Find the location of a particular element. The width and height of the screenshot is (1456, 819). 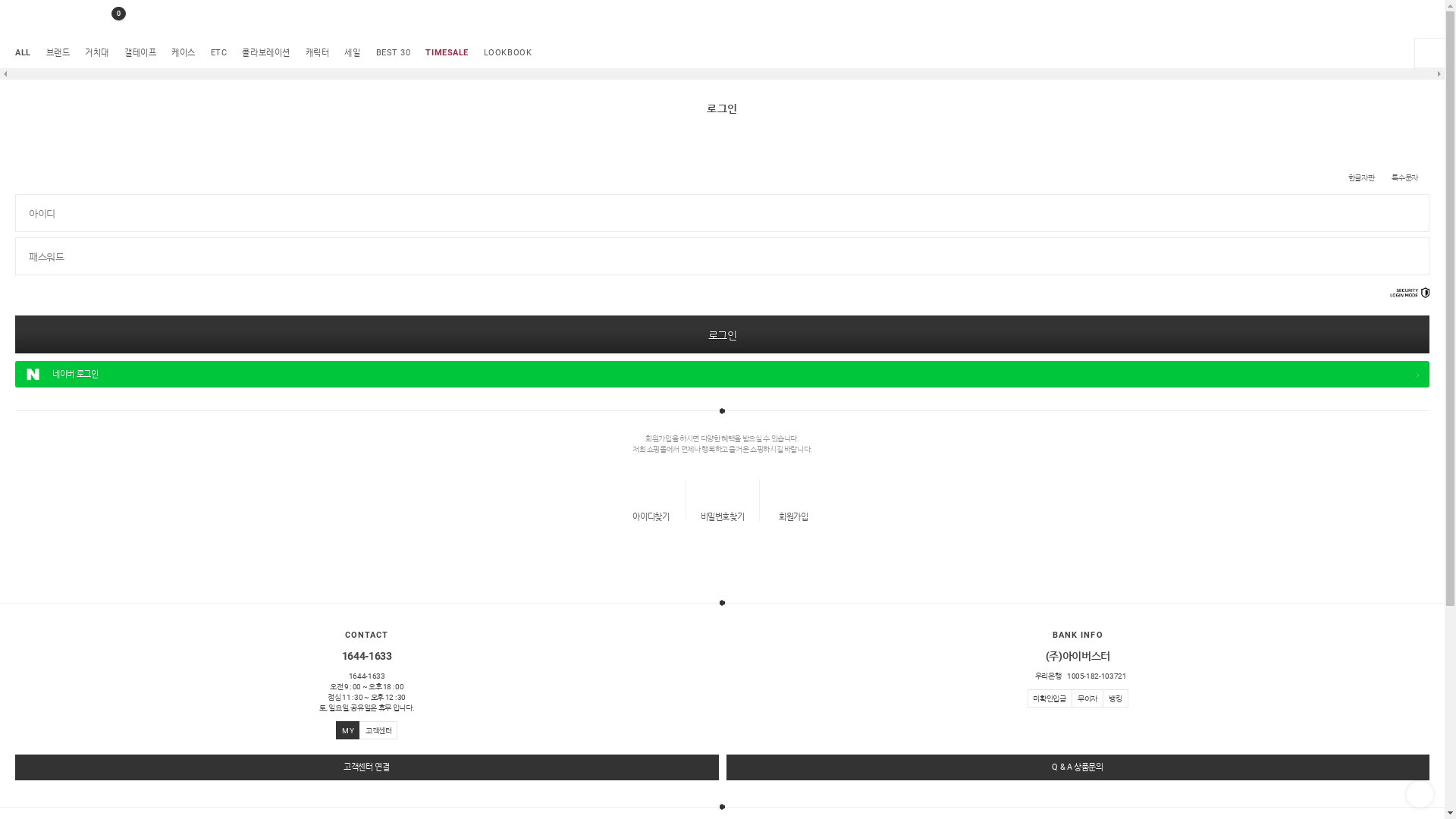

'M Y' is located at coordinates (347, 730).